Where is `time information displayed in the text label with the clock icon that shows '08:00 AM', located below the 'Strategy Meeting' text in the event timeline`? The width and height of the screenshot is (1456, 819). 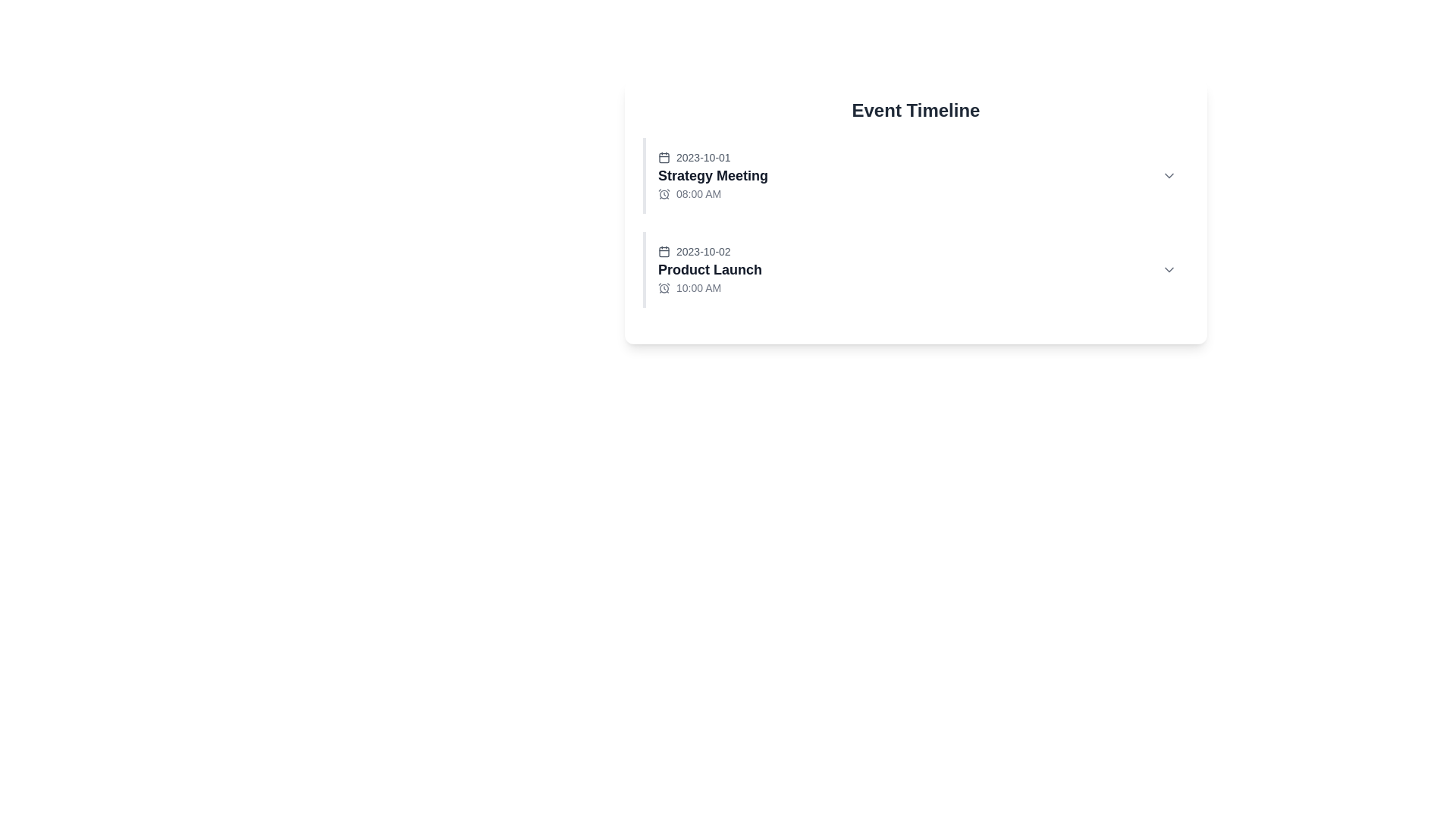
time information displayed in the text label with the clock icon that shows '08:00 AM', located below the 'Strategy Meeting' text in the event timeline is located at coordinates (712, 193).